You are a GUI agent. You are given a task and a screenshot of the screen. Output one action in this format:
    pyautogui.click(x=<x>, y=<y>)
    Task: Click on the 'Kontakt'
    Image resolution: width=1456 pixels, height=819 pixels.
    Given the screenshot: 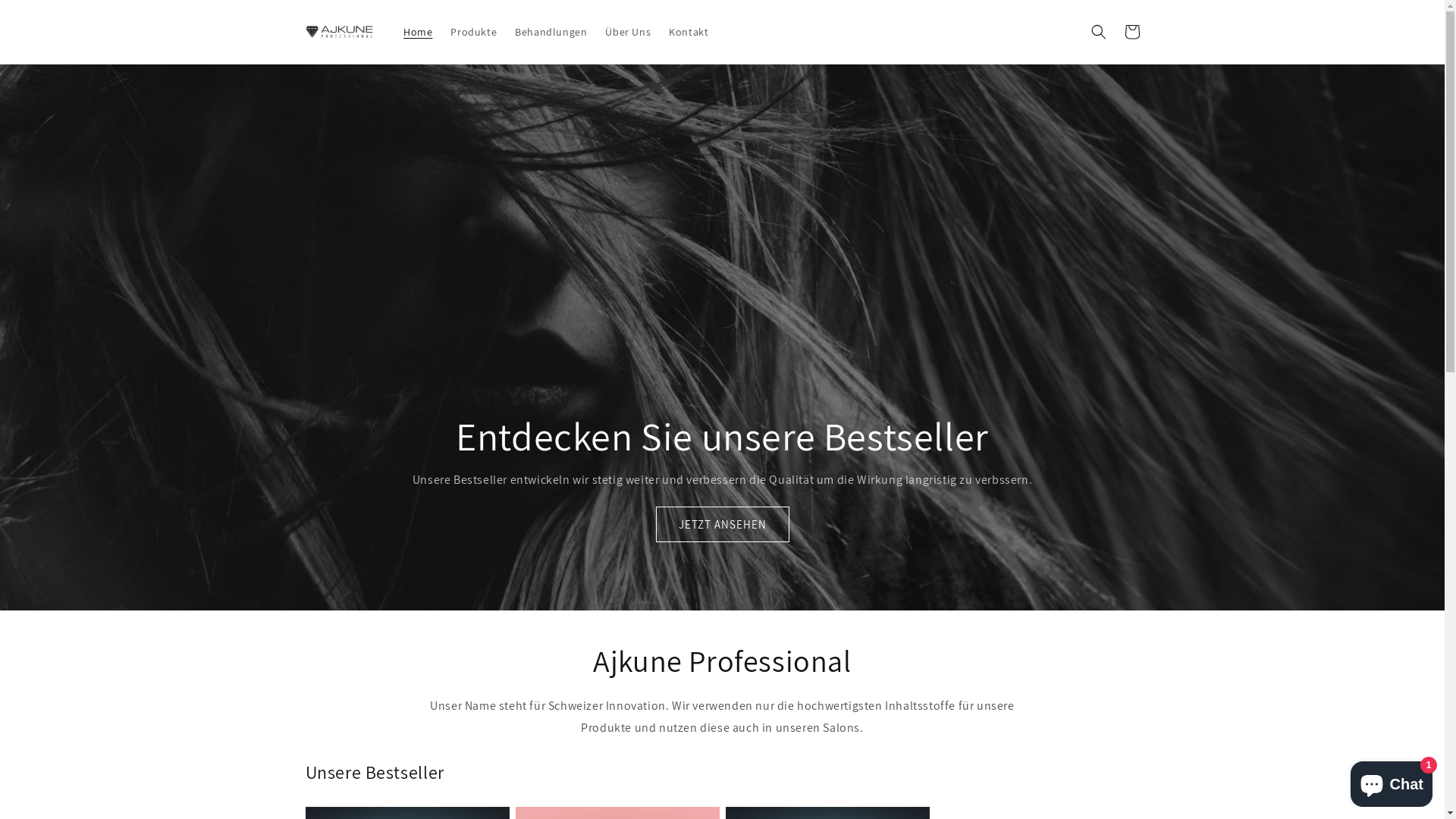 What is the action you would take?
    pyautogui.click(x=687, y=32)
    